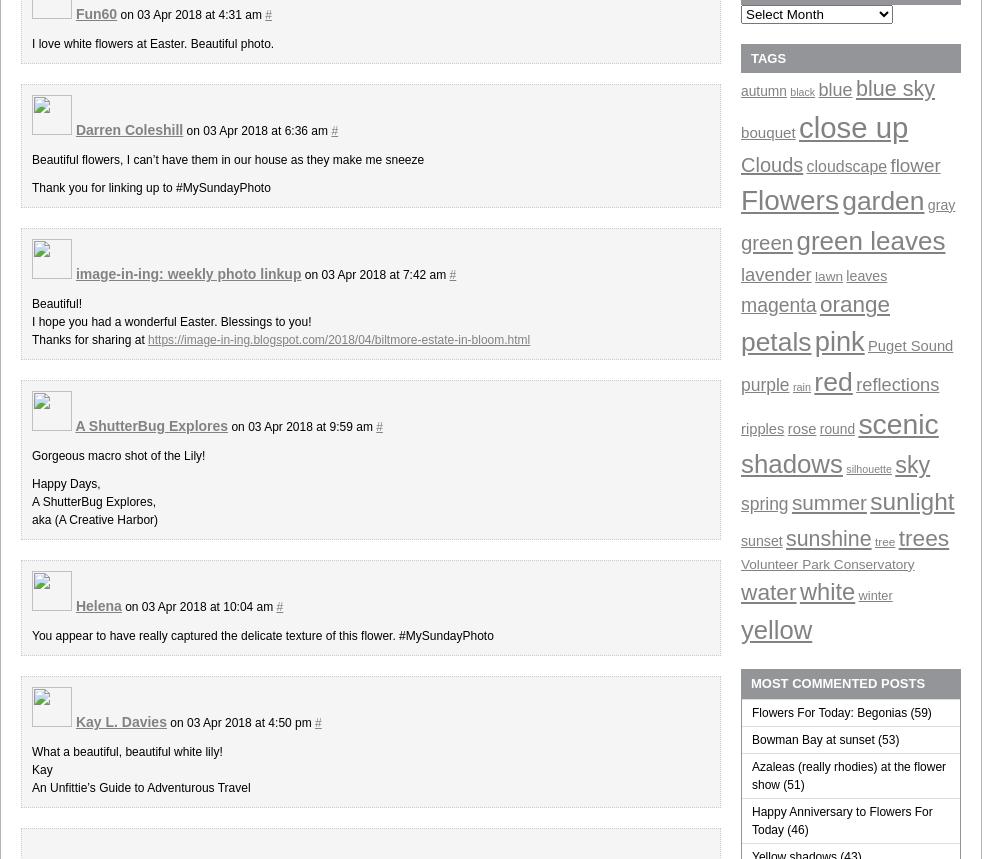 This screenshot has height=859, width=1001. Describe the element at coordinates (126, 750) in the screenshot. I see `'What a beautiful, beautiful white lily!'` at that location.